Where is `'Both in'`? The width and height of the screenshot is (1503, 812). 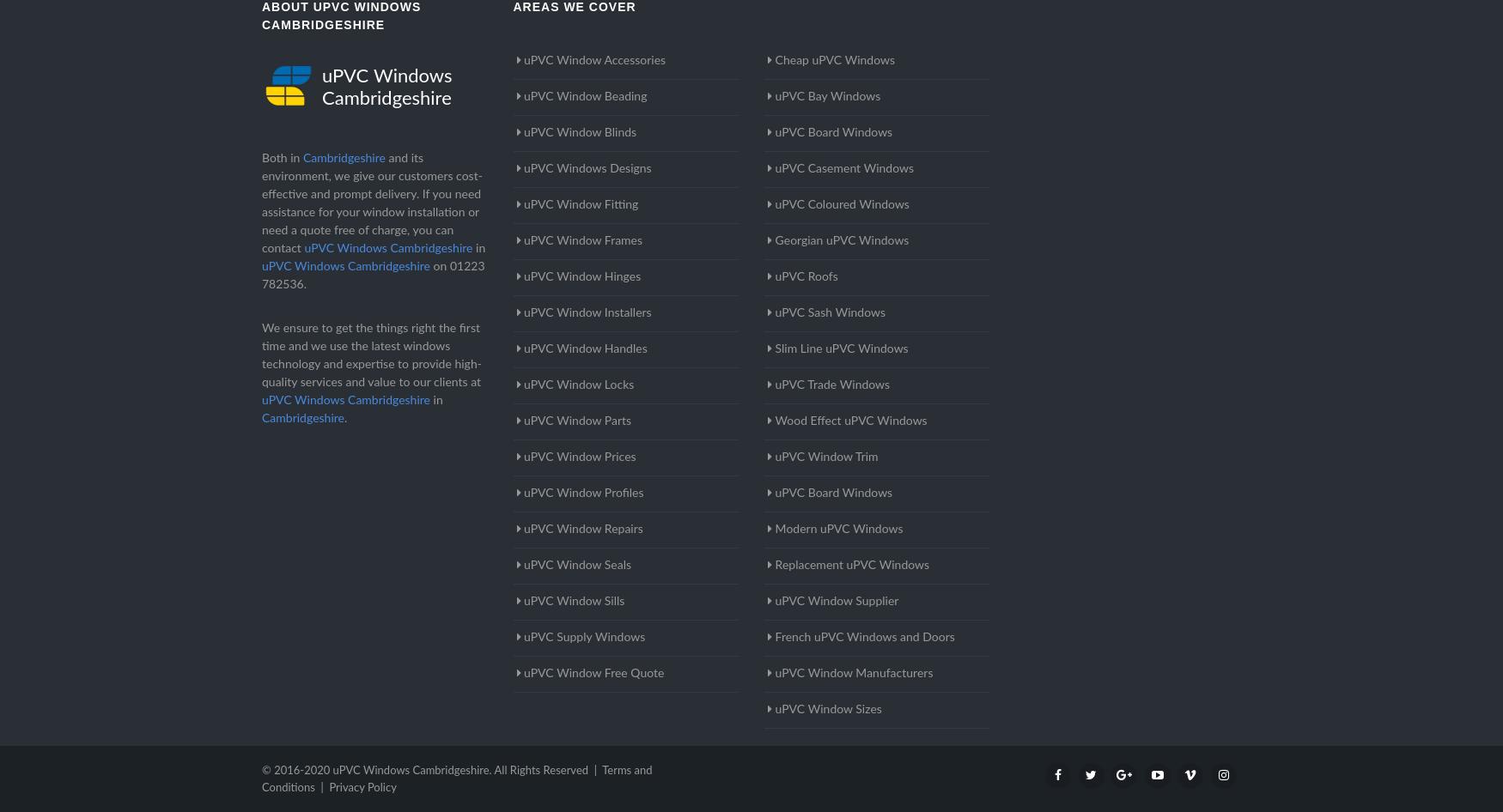 'Both in' is located at coordinates (282, 159).